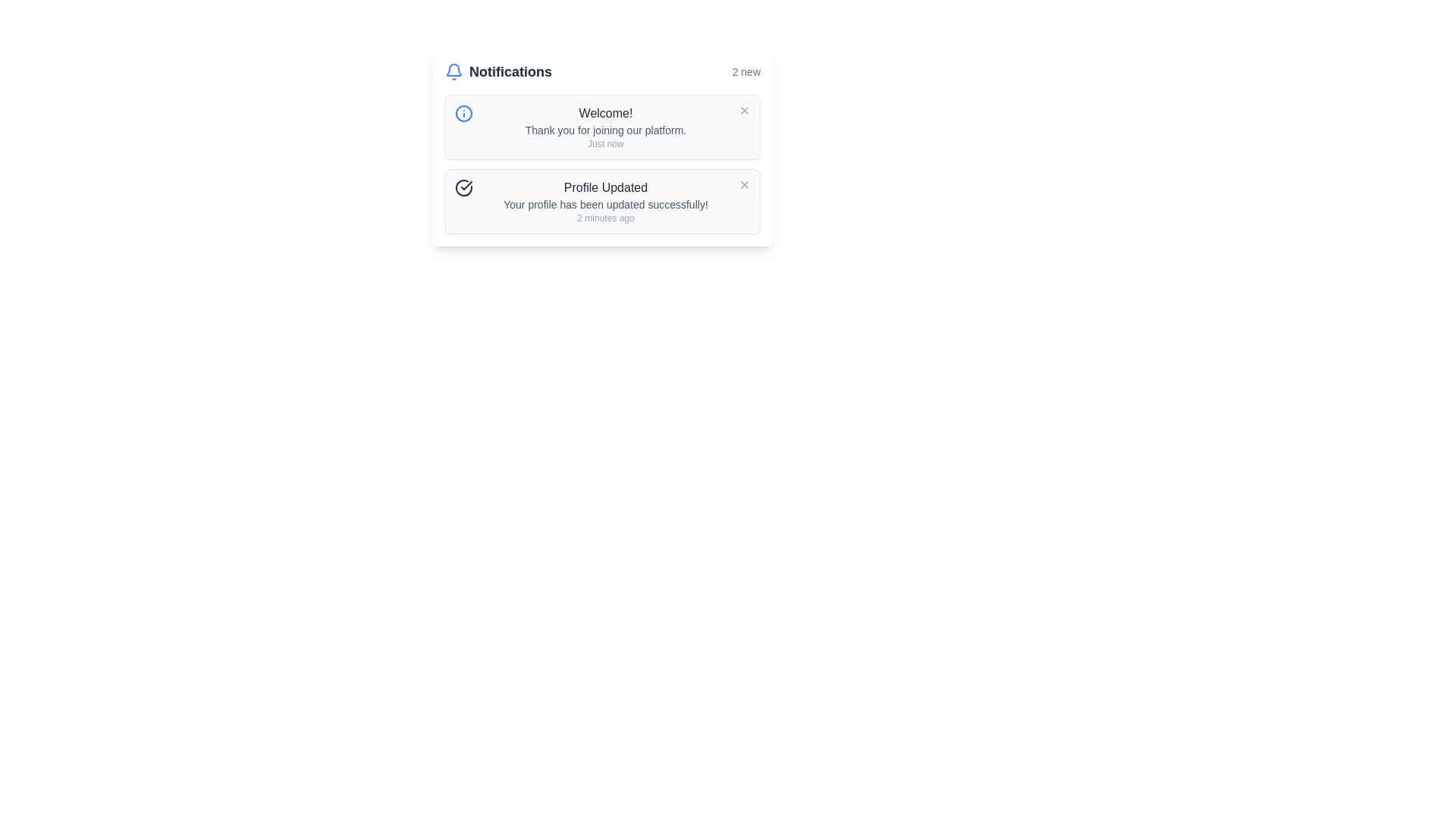 This screenshot has width=1456, height=819. What do you see at coordinates (745, 184) in the screenshot?
I see `the close button located in the top-right corner of the 'Profile Updated' notification` at bounding box center [745, 184].